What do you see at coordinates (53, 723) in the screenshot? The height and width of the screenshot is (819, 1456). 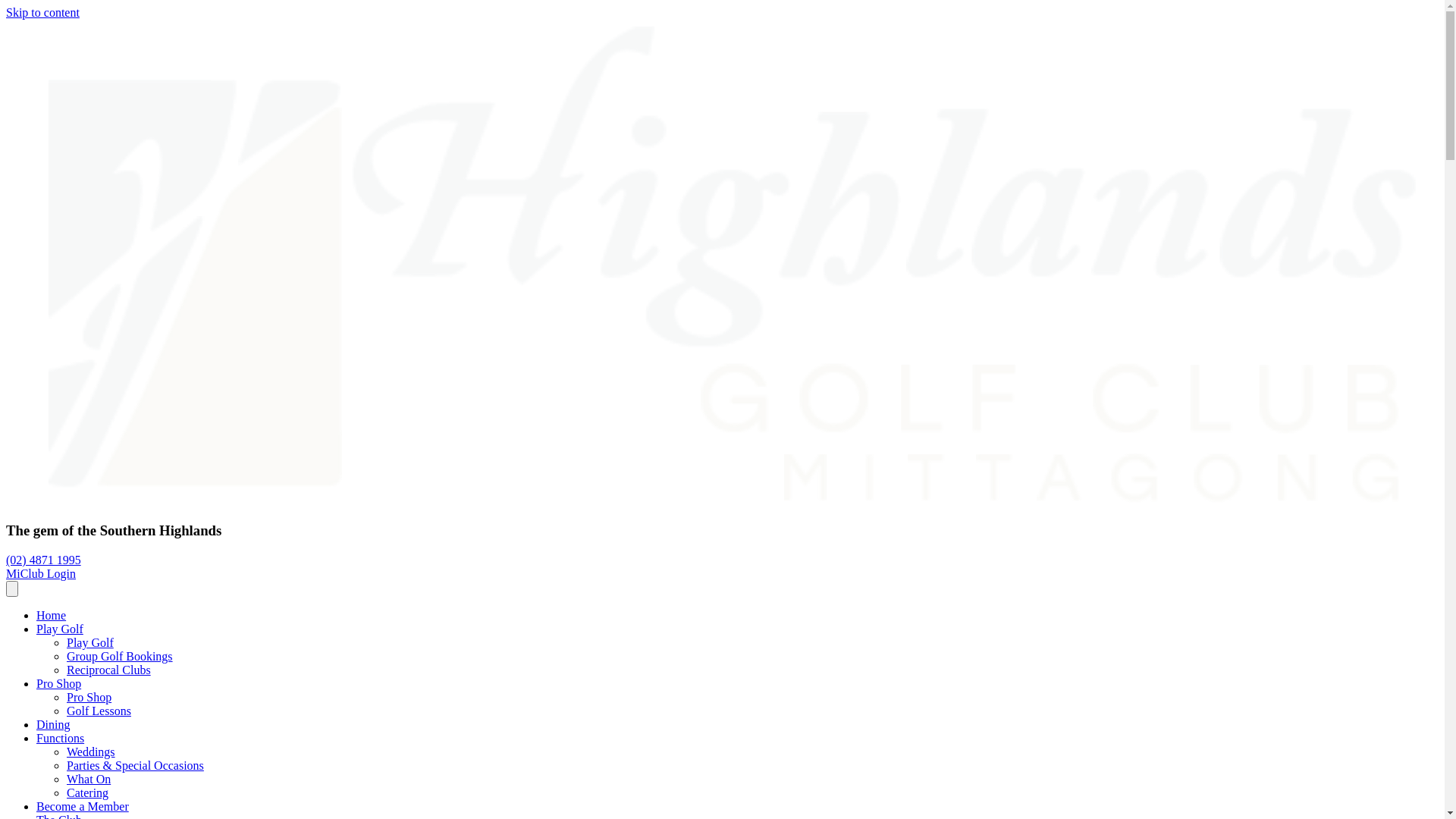 I see `'Dining'` at bounding box center [53, 723].